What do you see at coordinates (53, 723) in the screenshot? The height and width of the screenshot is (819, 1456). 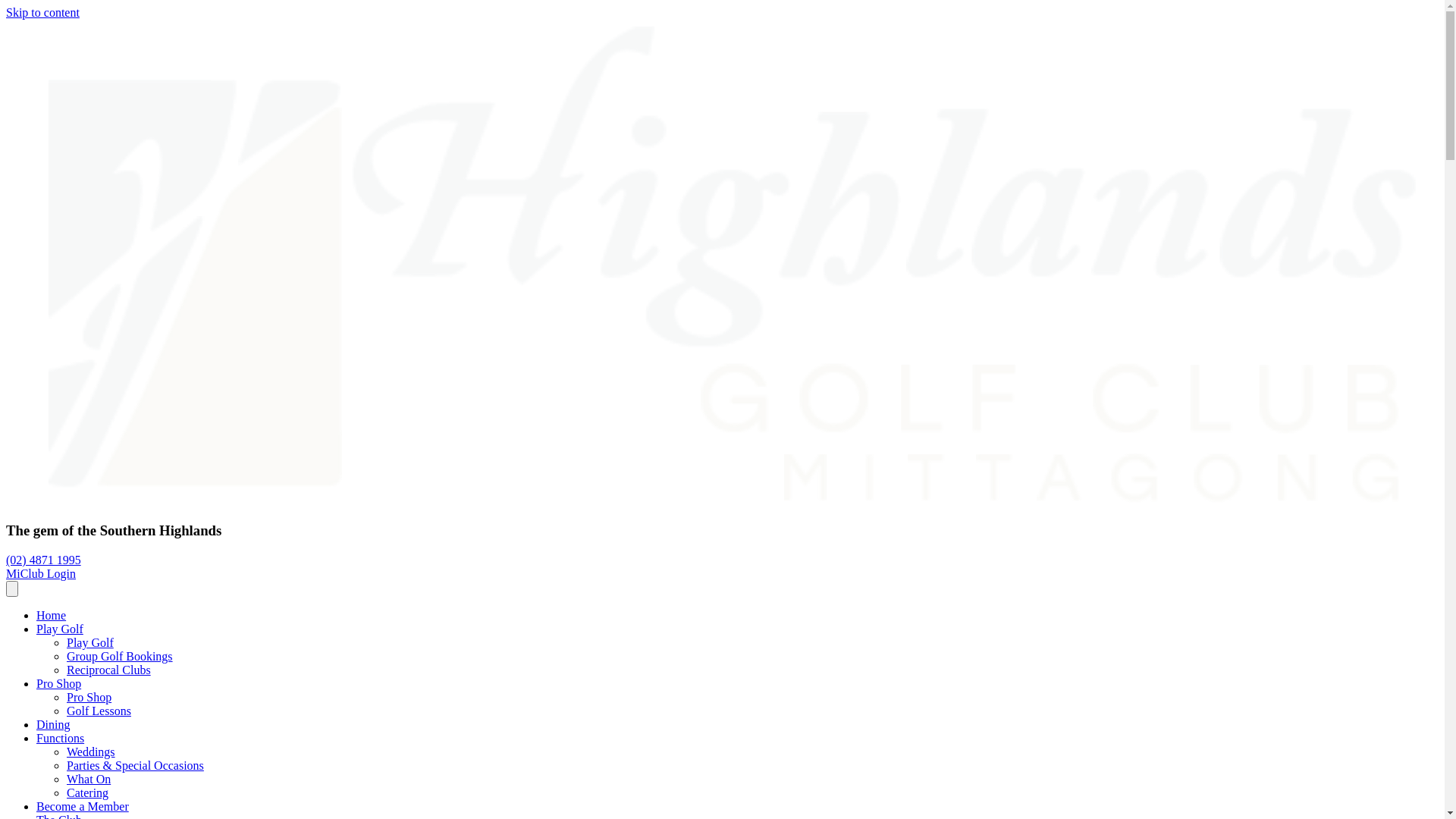 I see `'Dining'` at bounding box center [53, 723].